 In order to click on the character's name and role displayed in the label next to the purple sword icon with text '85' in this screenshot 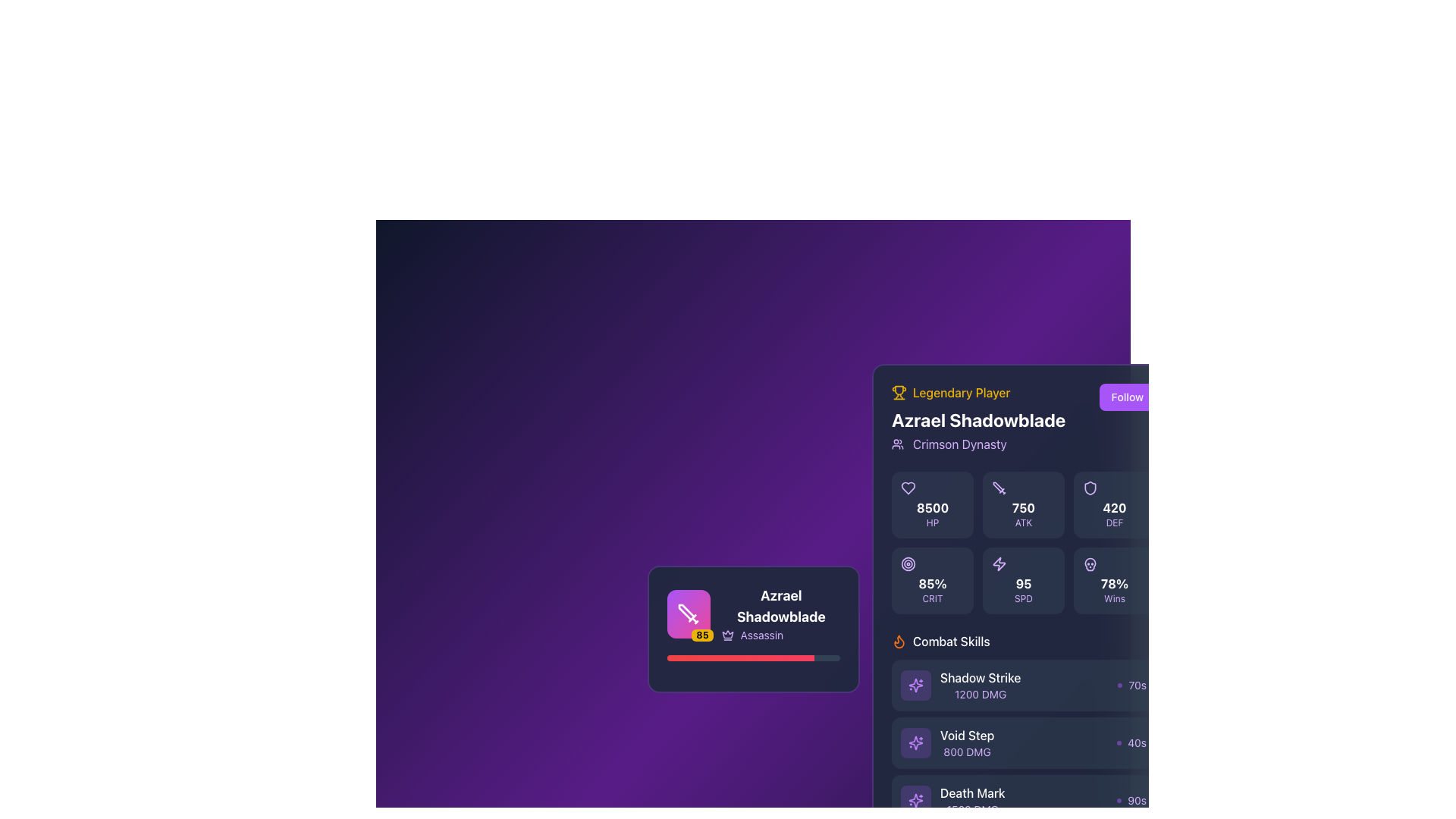, I will do `click(780, 614)`.